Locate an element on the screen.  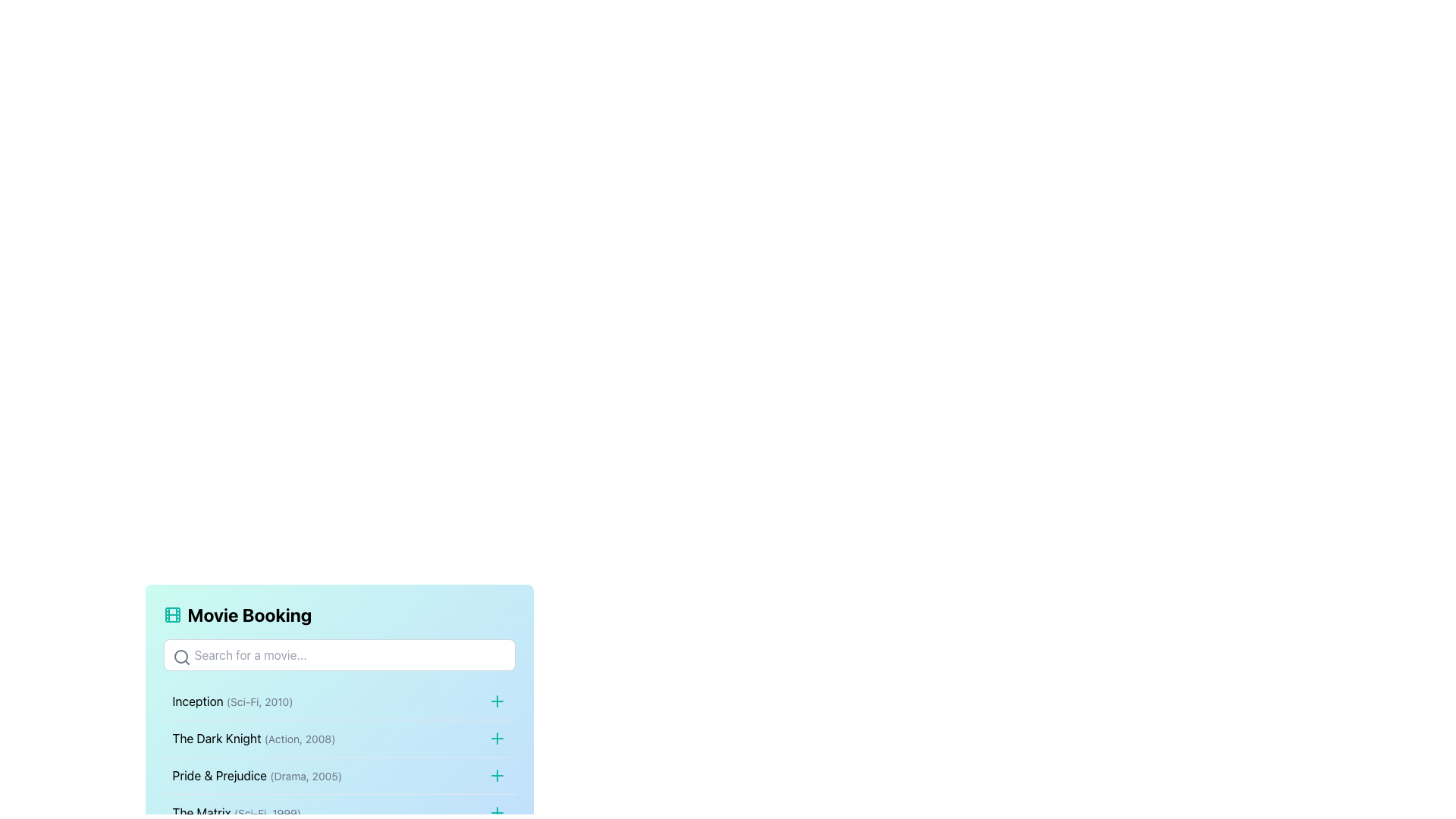
text label displaying '(Action, 2008)' styled in gray color, located to the right of 'The Dark Knight' in the movie listing is located at coordinates (300, 738).